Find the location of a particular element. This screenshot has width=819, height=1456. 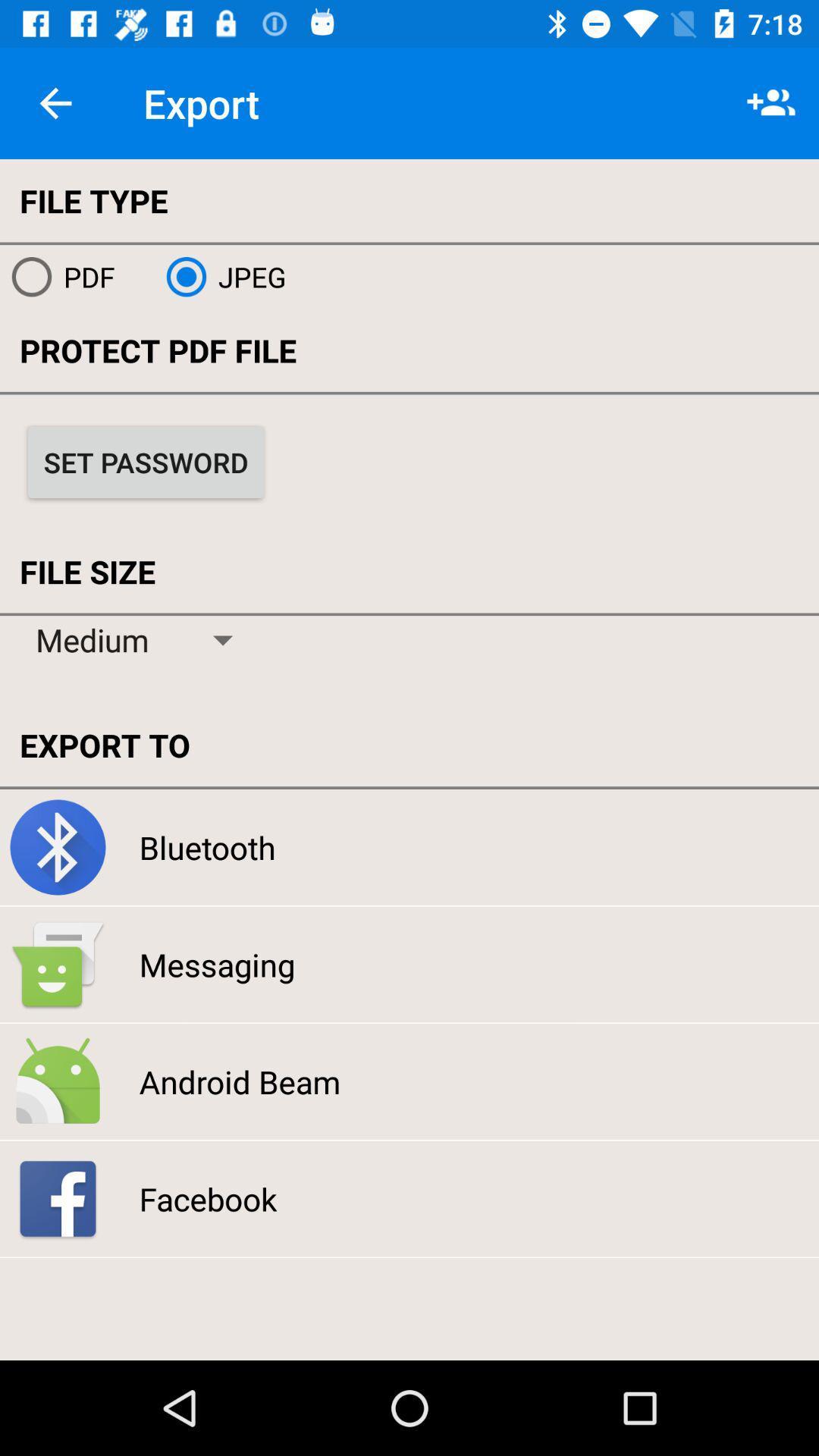

the icon to the right of export item is located at coordinates (771, 102).